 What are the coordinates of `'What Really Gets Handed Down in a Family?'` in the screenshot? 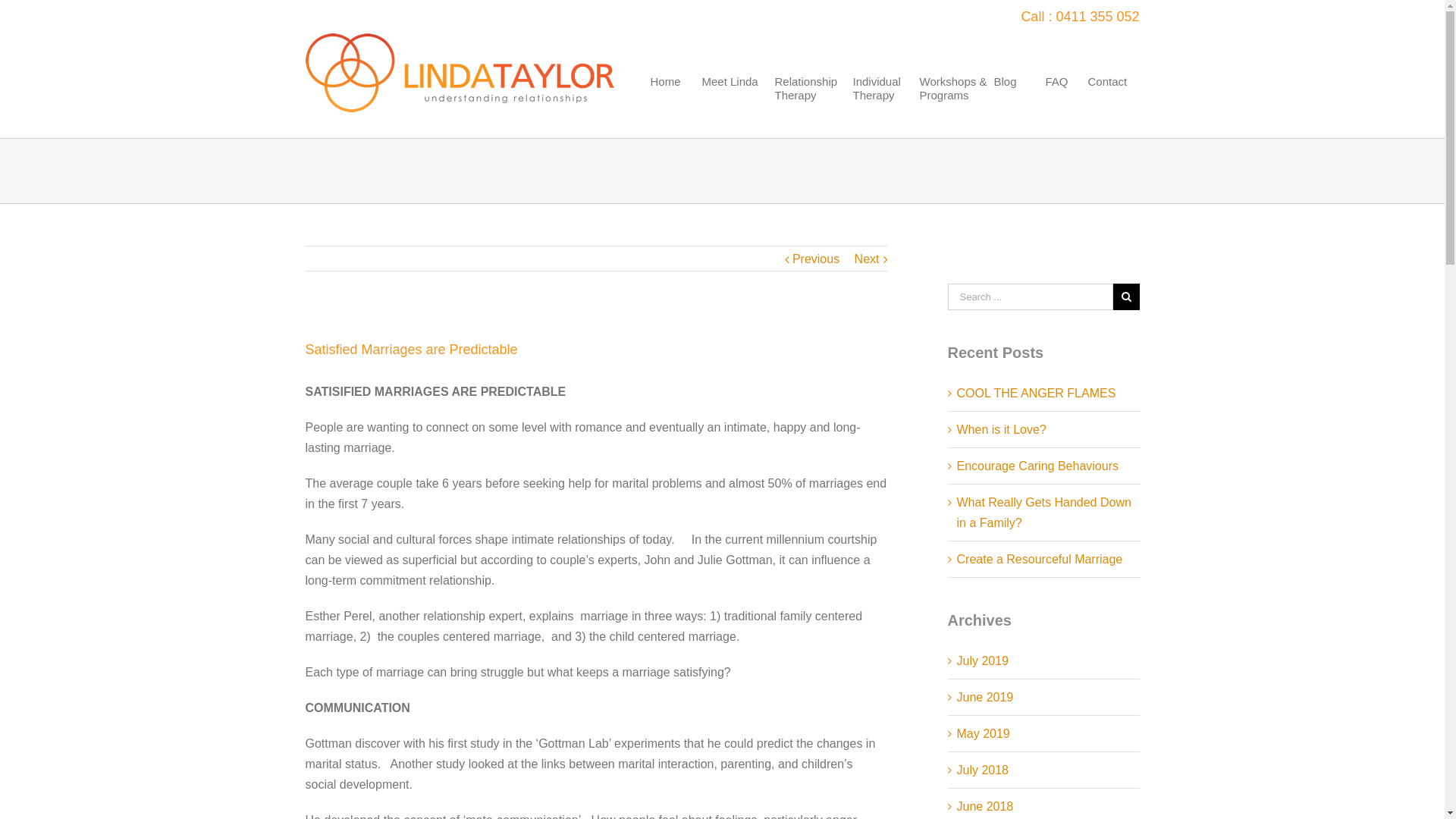 It's located at (1043, 512).